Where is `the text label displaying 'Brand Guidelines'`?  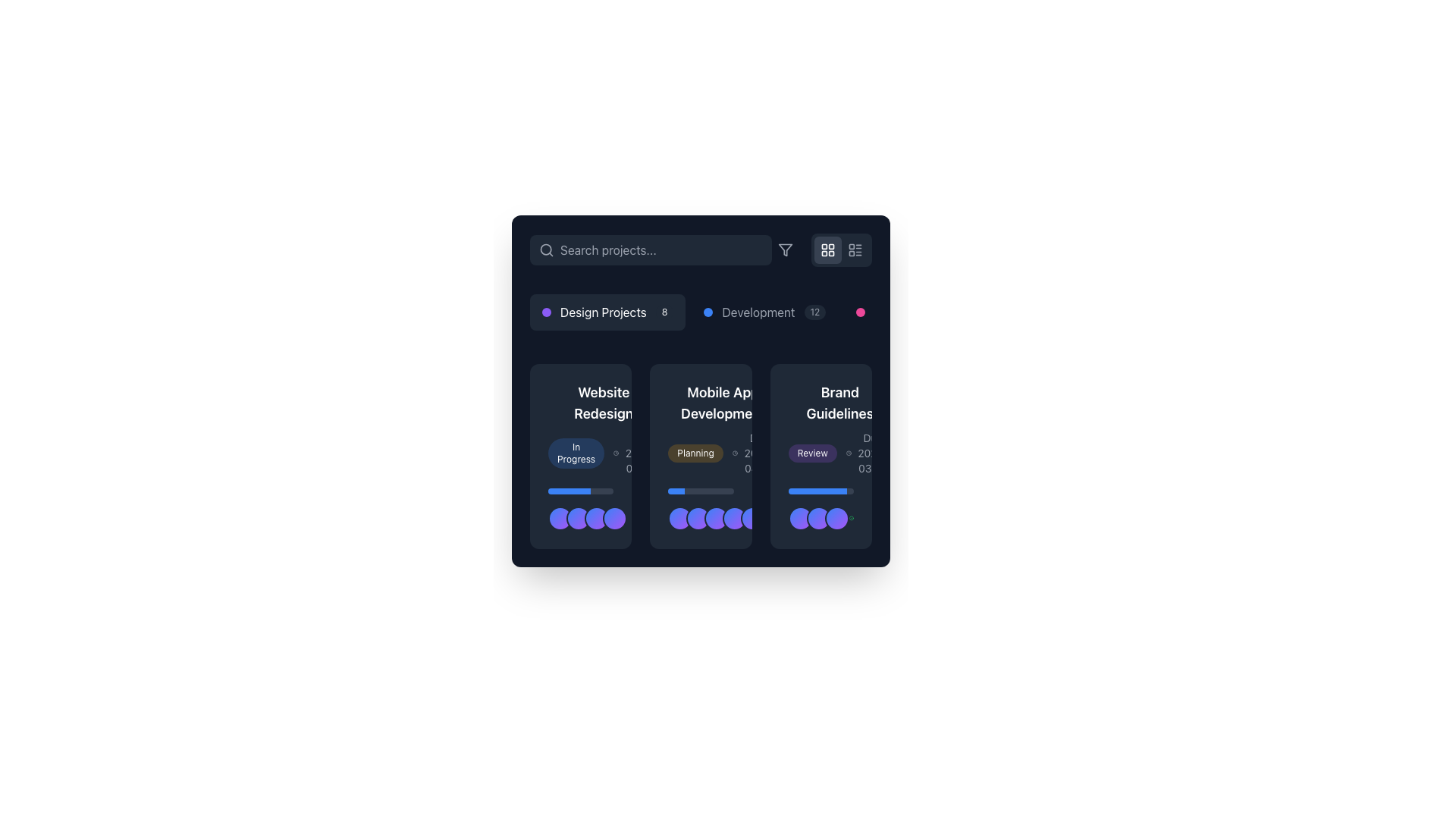
the text label displaying 'Brand Guidelines' is located at coordinates (839, 403).